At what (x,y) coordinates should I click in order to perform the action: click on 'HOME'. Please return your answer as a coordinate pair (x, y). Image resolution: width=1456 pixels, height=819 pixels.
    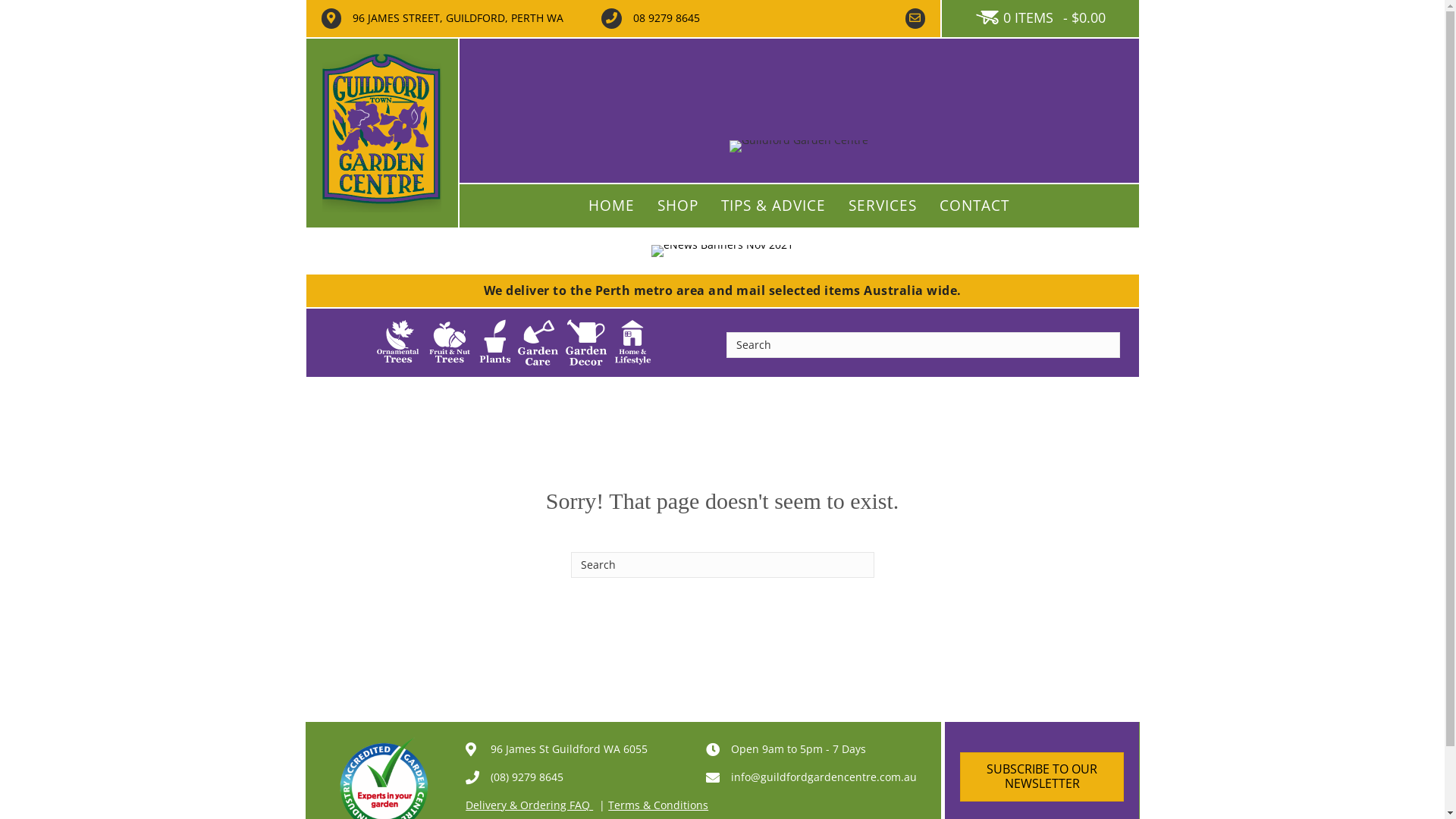
    Looking at the image, I should click on (611, 206).